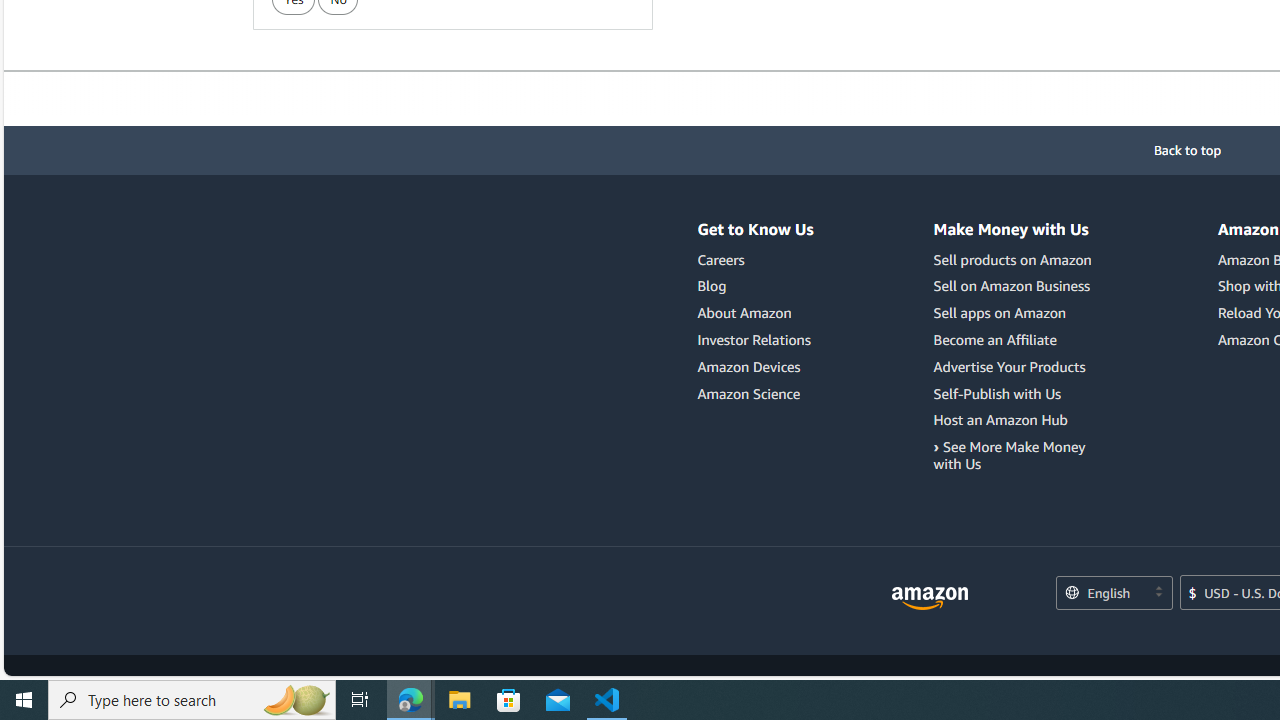  Describe the element at coordinates (1015, 456) in the screenshot. I see `'See More Make Money with Us'` at that location.